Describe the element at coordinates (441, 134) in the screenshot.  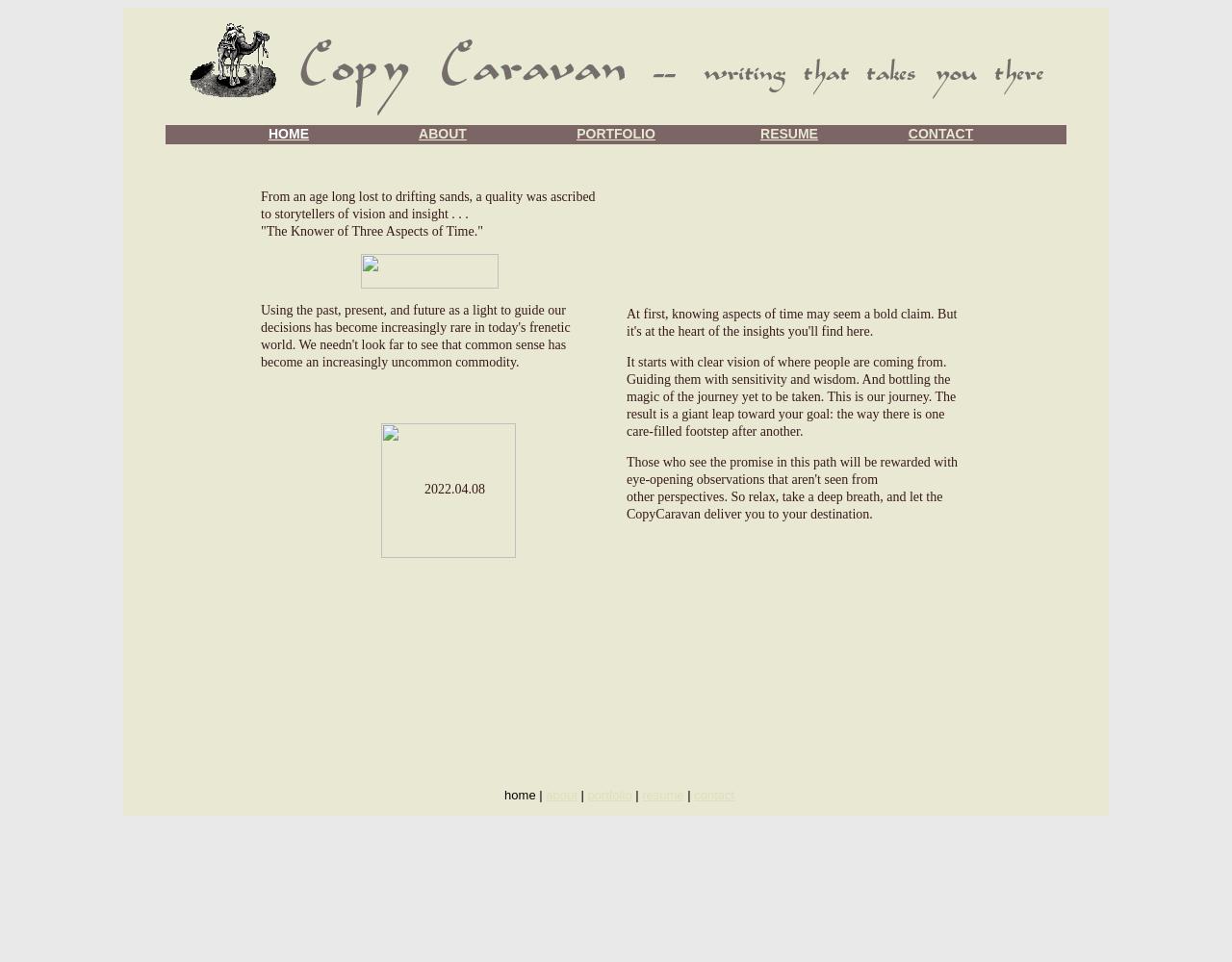
I see `'ABOUT'` at that location.